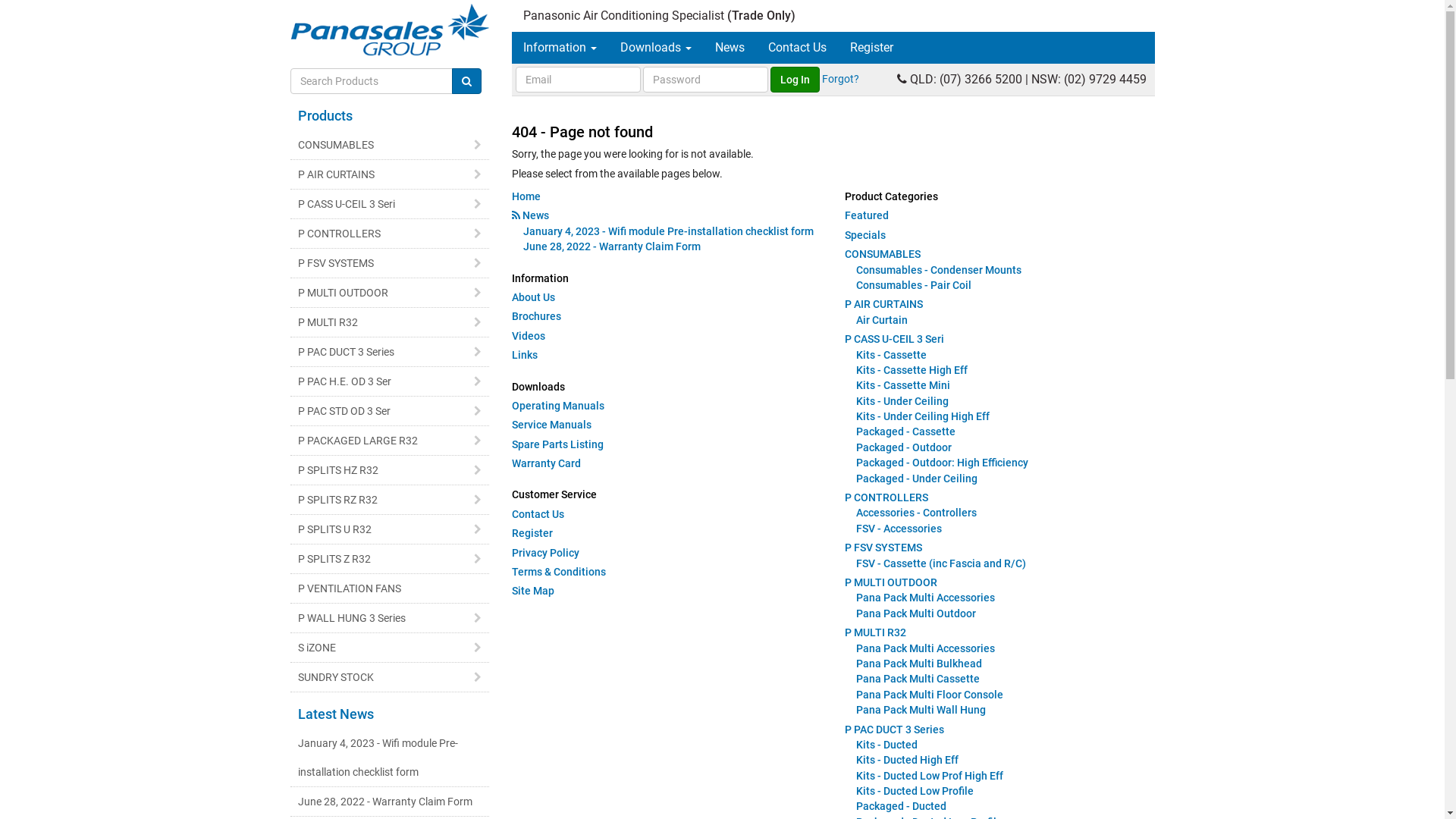 The height and width of the screenshot is (819, 1456). I want to click on 'Kits - Cassette Mini', so click(902, 384).